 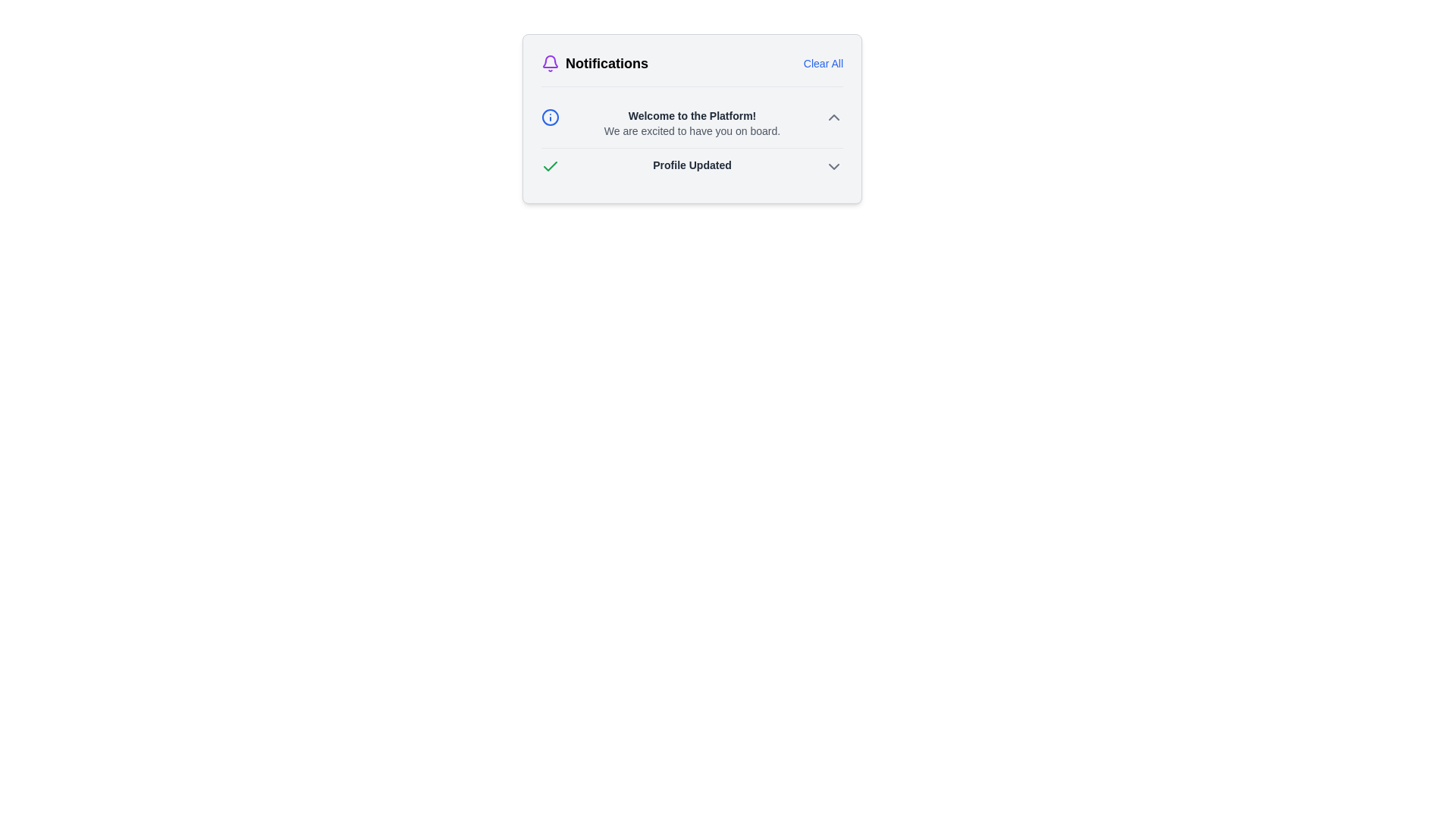 I want to click on the downward-facing chevron icon button located at the far right of the 'Profile Updated' notification row, so click(x=833, y=166).